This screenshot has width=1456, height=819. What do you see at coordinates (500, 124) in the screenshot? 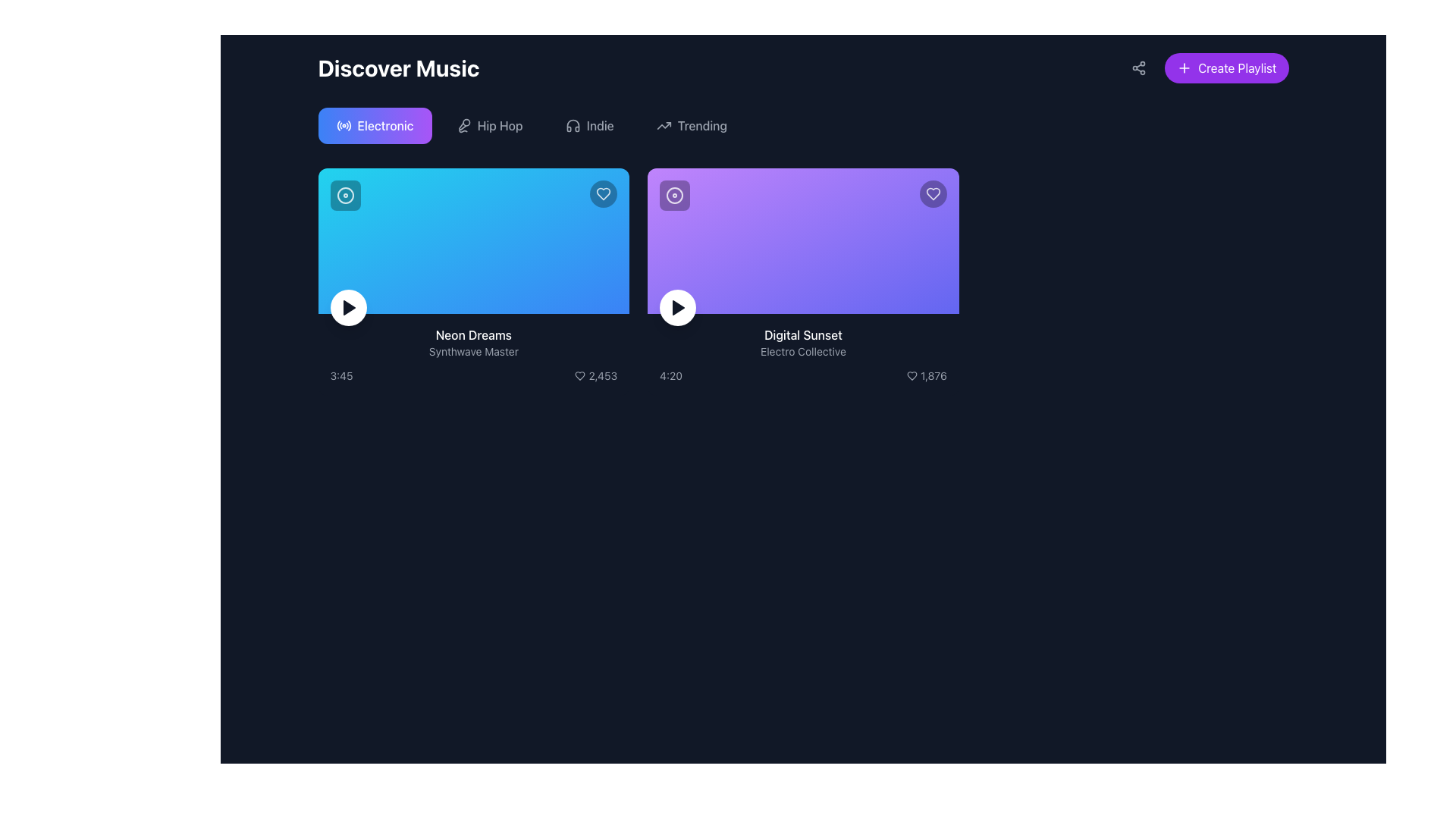
I see `the 'Hip Hop' text label in the top-centered navigation bar to observe visual feedback` at bounding box center [500, 124].